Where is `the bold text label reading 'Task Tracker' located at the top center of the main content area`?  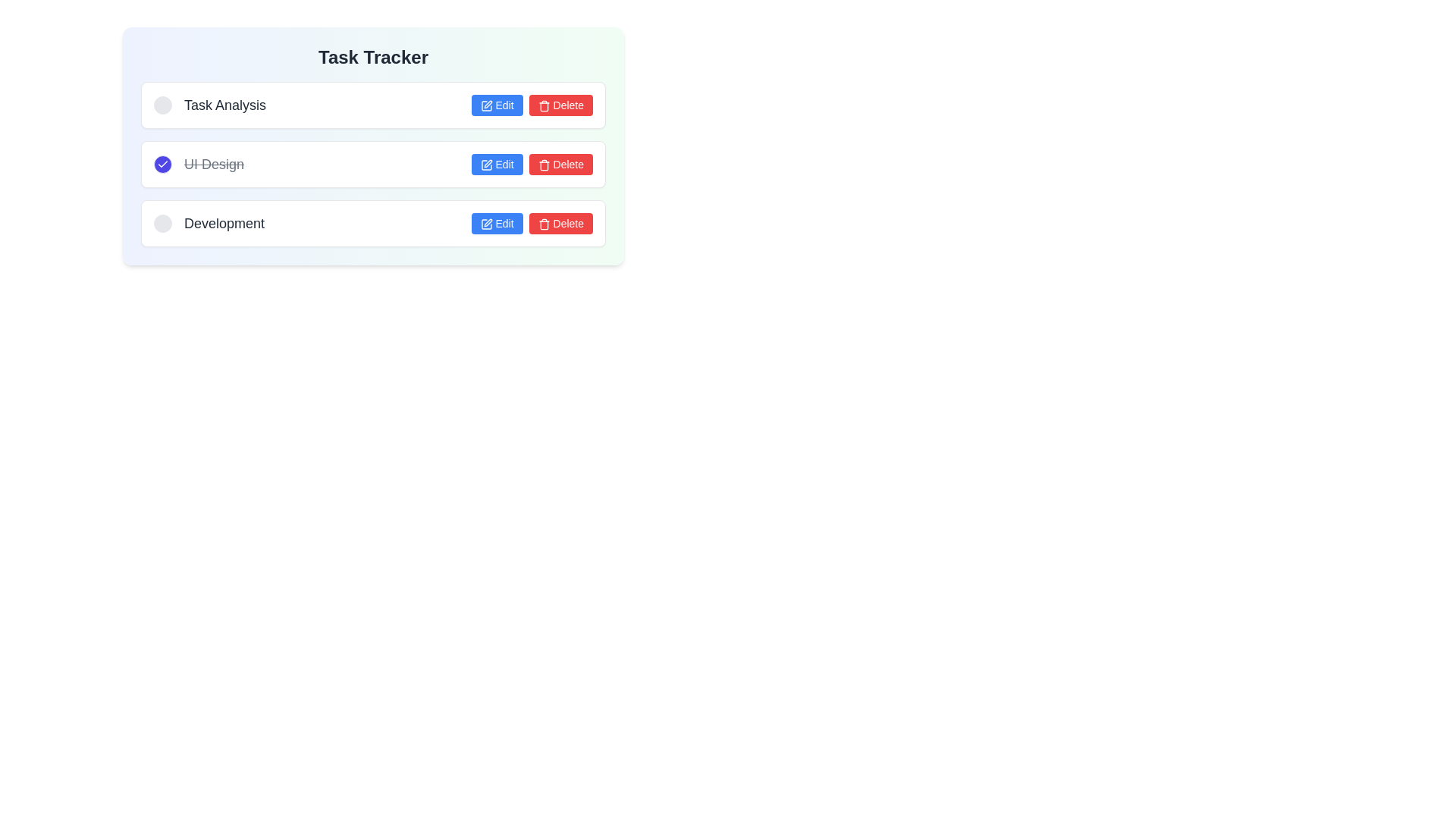 the bold text label reading 'Task Tracker' located at the top center of the main content area is located at coordinates (373, 57).